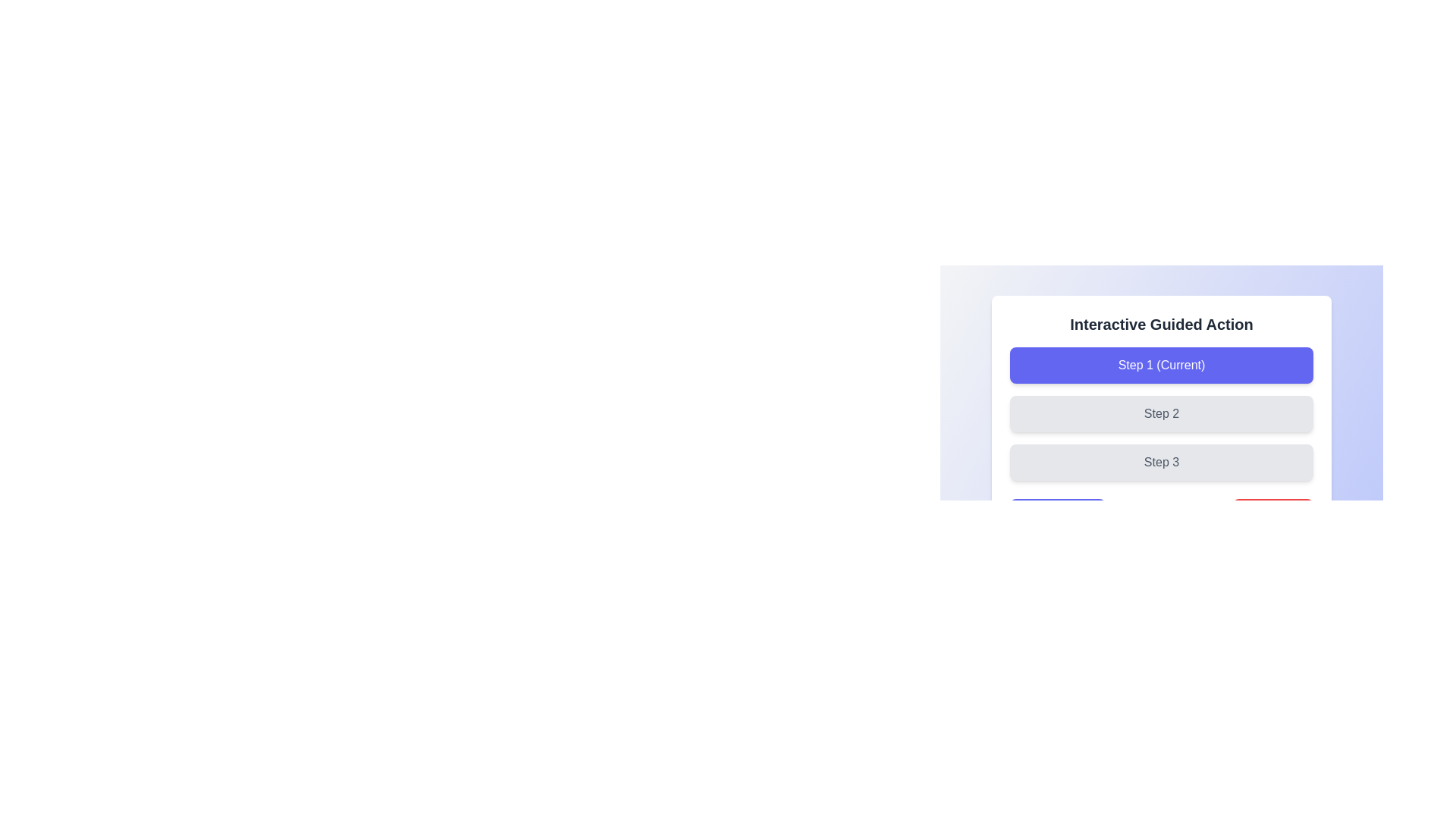  Describe the element at coordinates (1160, 421) in the screenshot. I see `the Step 2 button in the guided action sequence` at that location.